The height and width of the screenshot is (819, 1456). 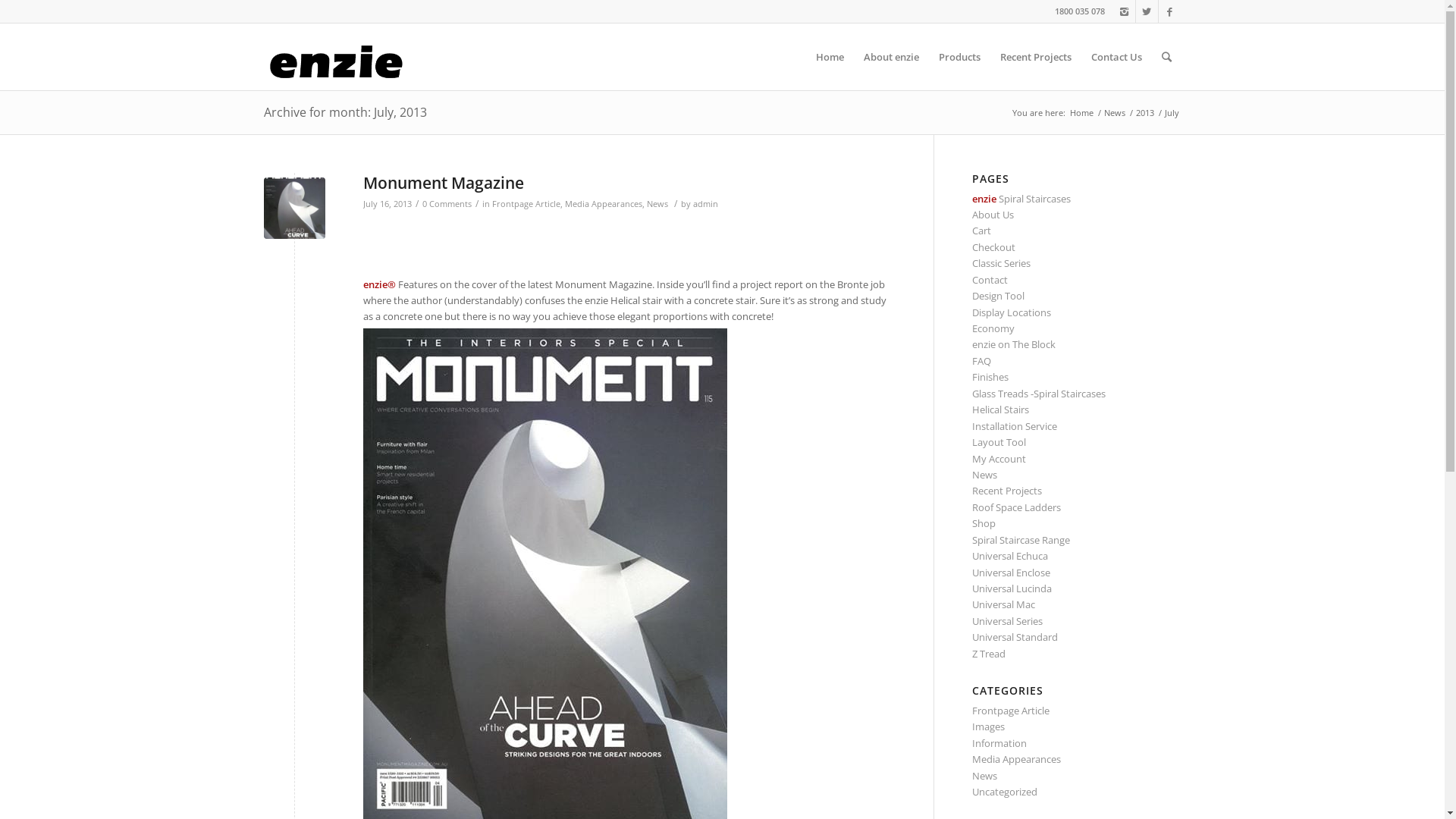 I want to click on '2013', so click(x=1144, y=111).